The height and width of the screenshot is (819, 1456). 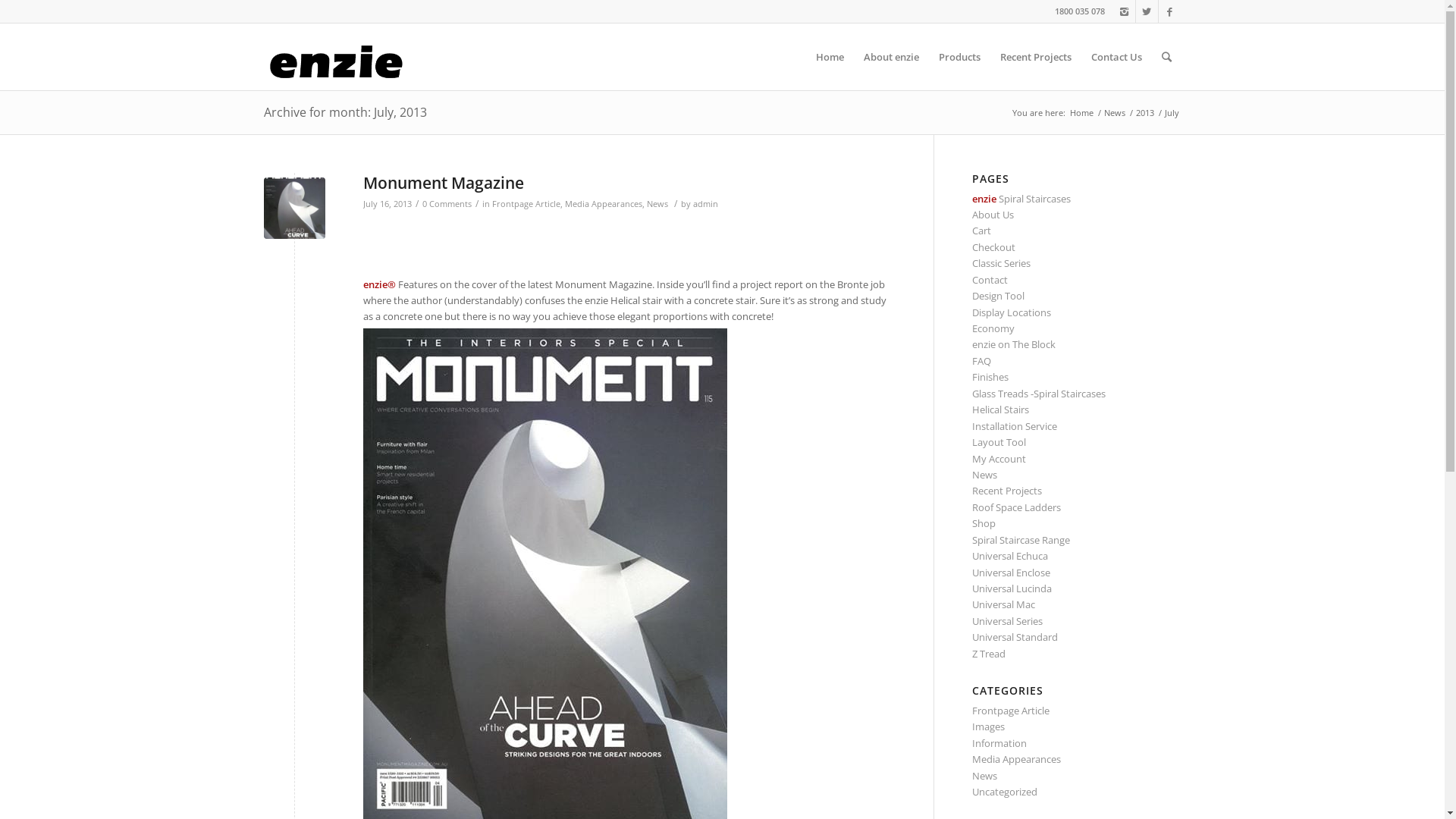 I want to click on '2013', so click(x=1144, y=111).